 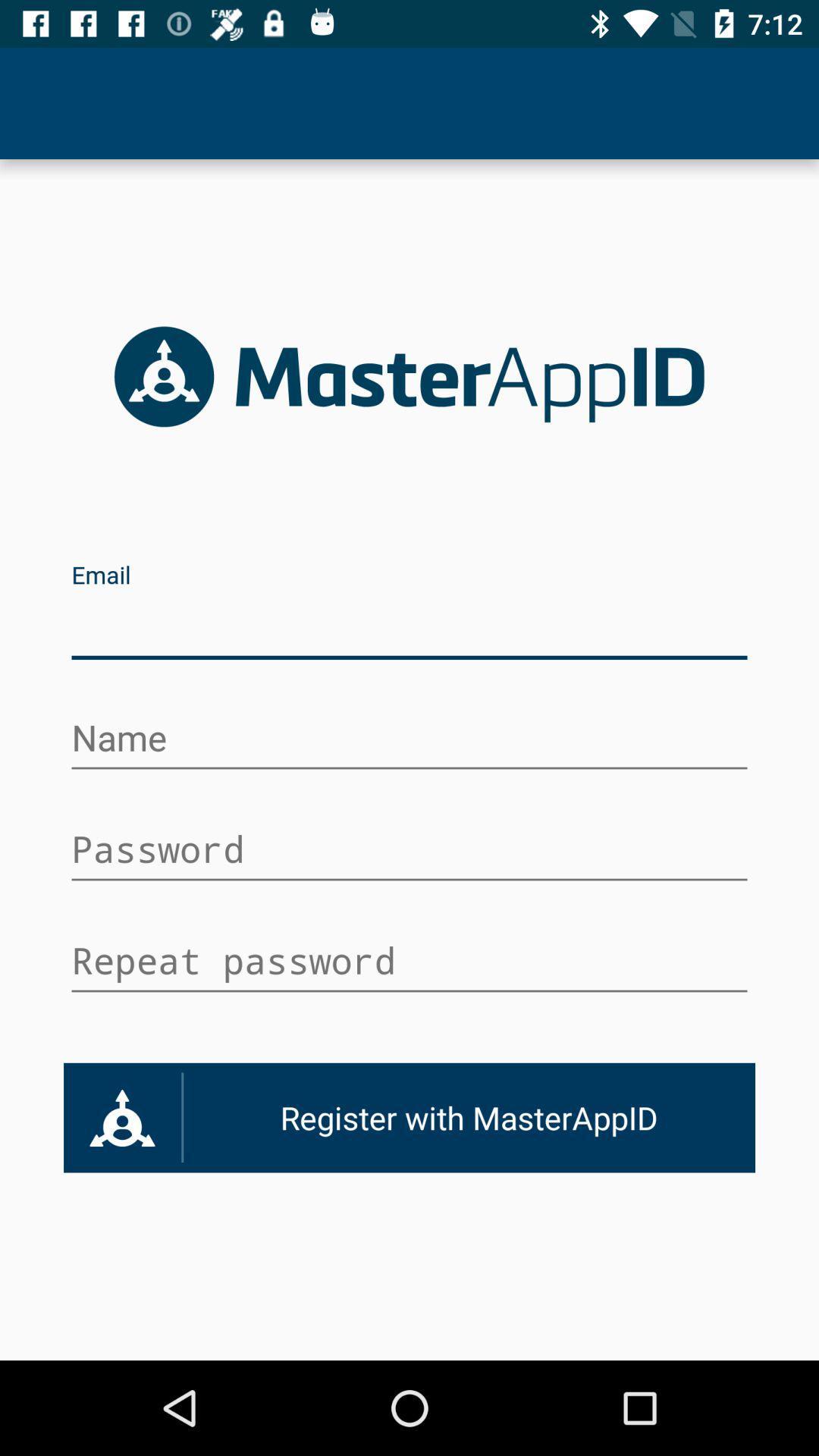 What do you see at coordinates (409, 962) in the screenshot?
I see `password again` at bounding box center [409, 962].